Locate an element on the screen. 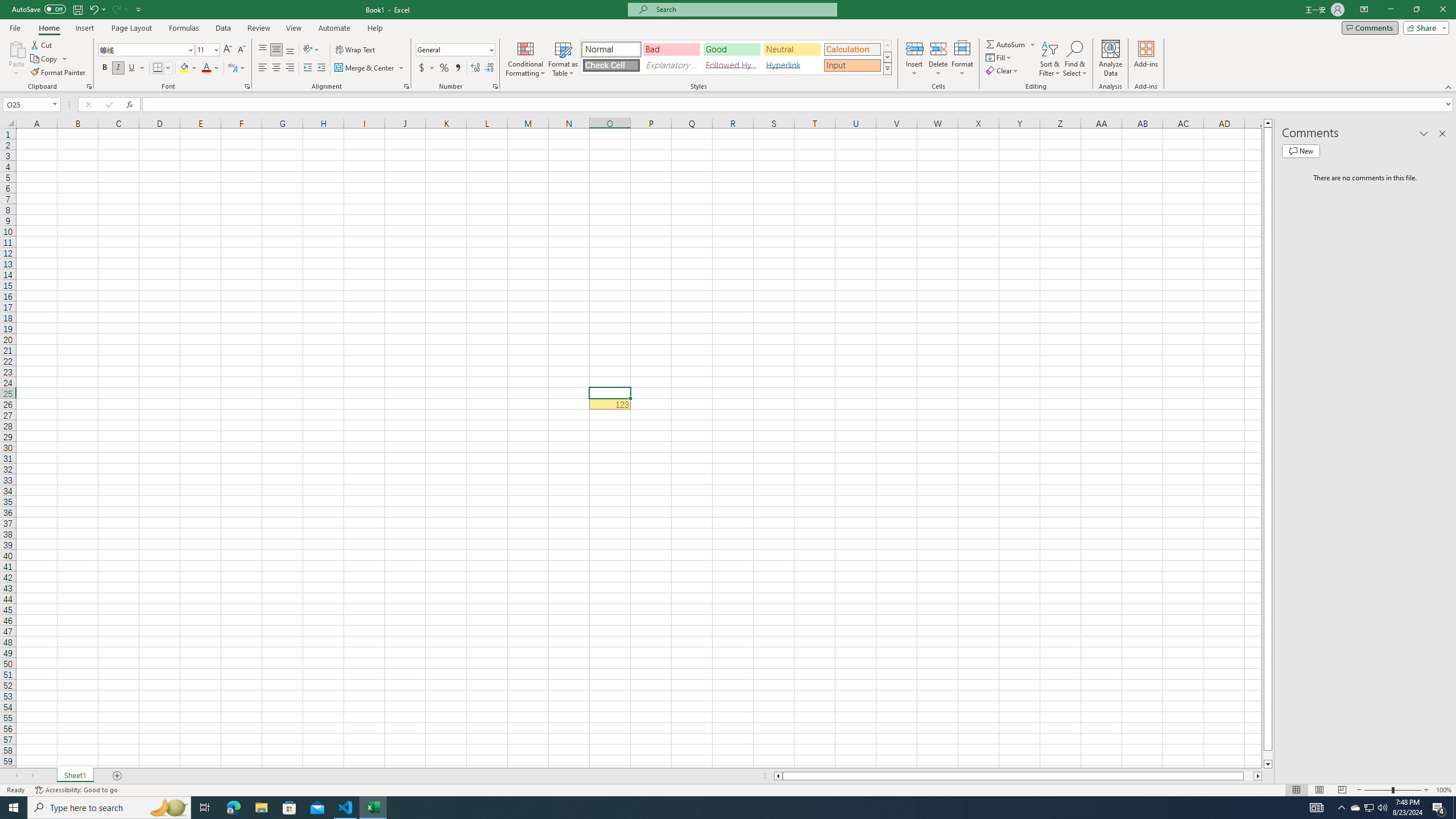  'AutomationID: CellStylesGallery' is located at coordinates (737, 57).